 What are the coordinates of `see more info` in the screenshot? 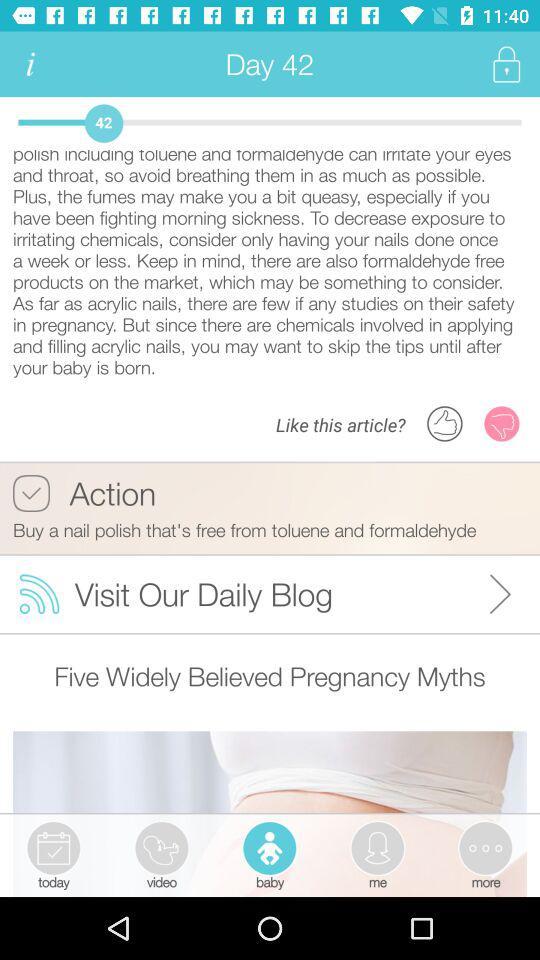 It's located at (29, 64).